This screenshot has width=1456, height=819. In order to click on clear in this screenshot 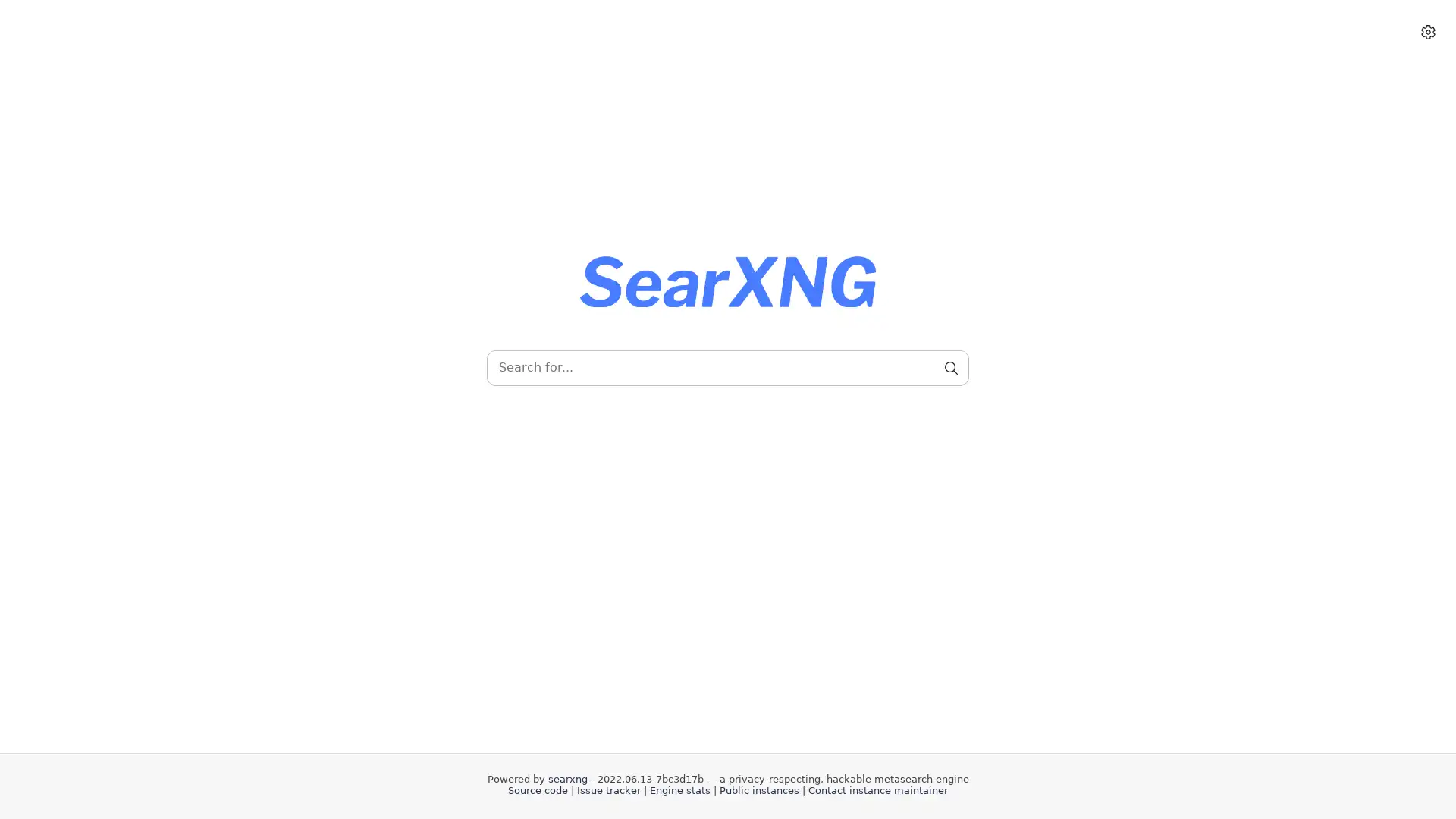, I will do `click(924, 368)`.